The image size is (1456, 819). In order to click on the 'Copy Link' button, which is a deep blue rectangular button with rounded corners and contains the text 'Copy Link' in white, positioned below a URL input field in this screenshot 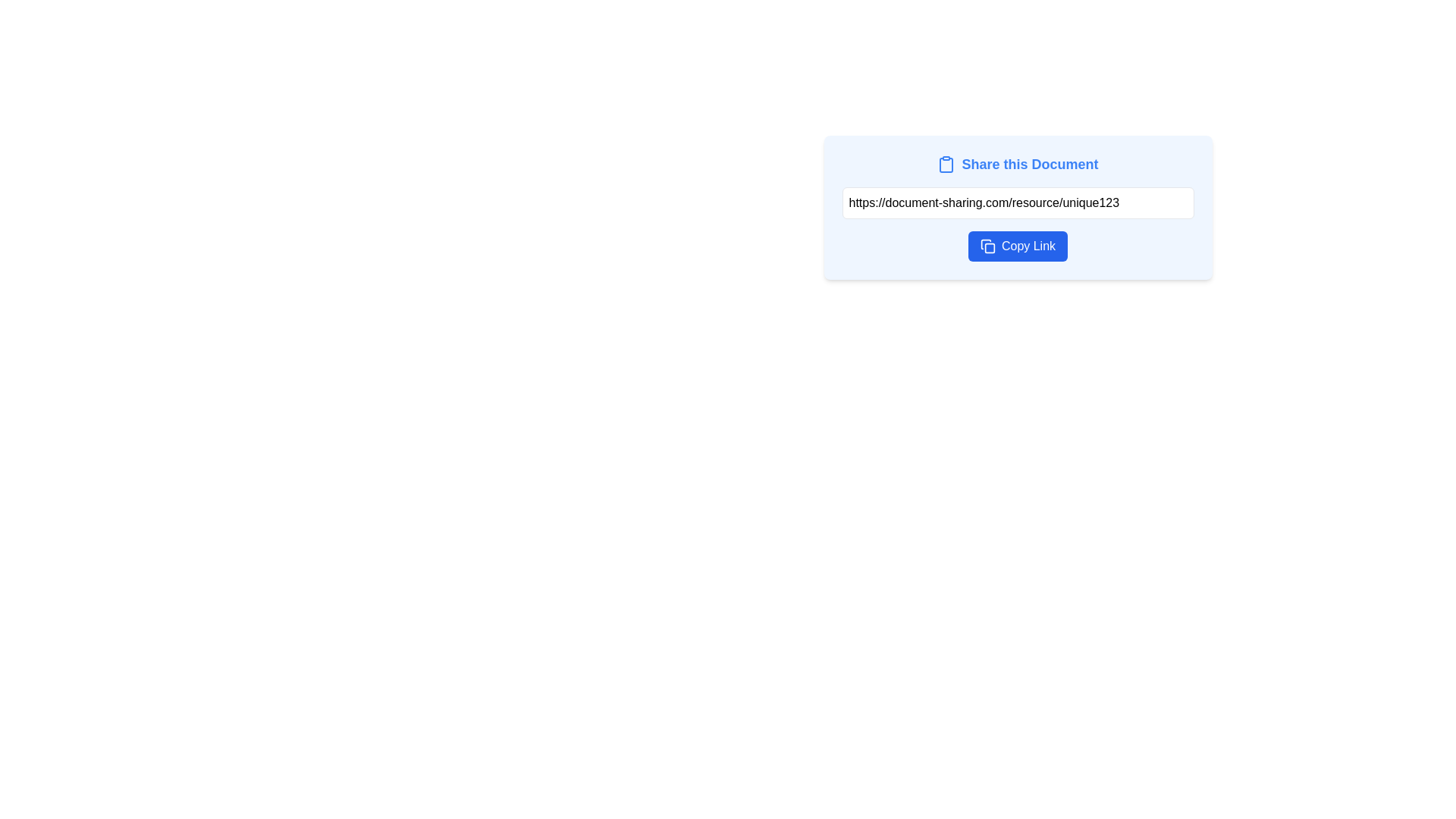, I will do `click(1018, 245)`.